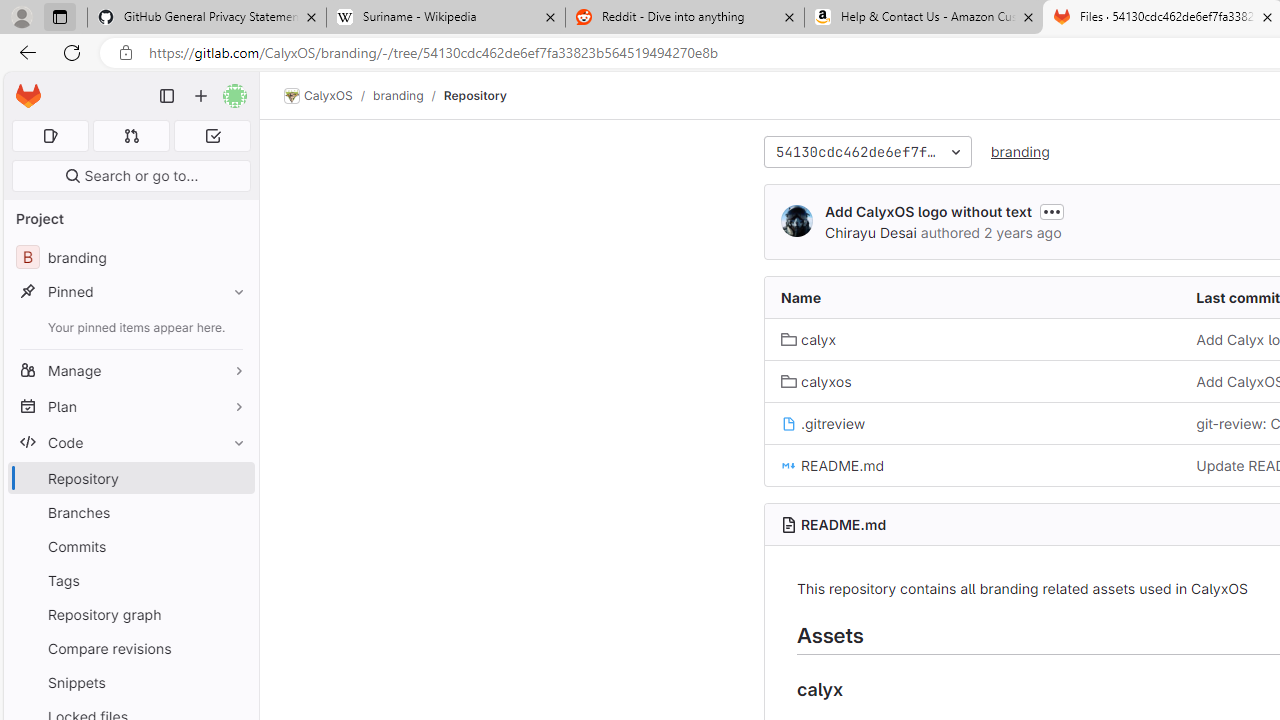 Image resolution: width=1280 pixels, height=720 pixels. What do you see at coordinates (234, 546) in the screenshot?
I see `'Pin Commits'` at bounding box center [234, 546].